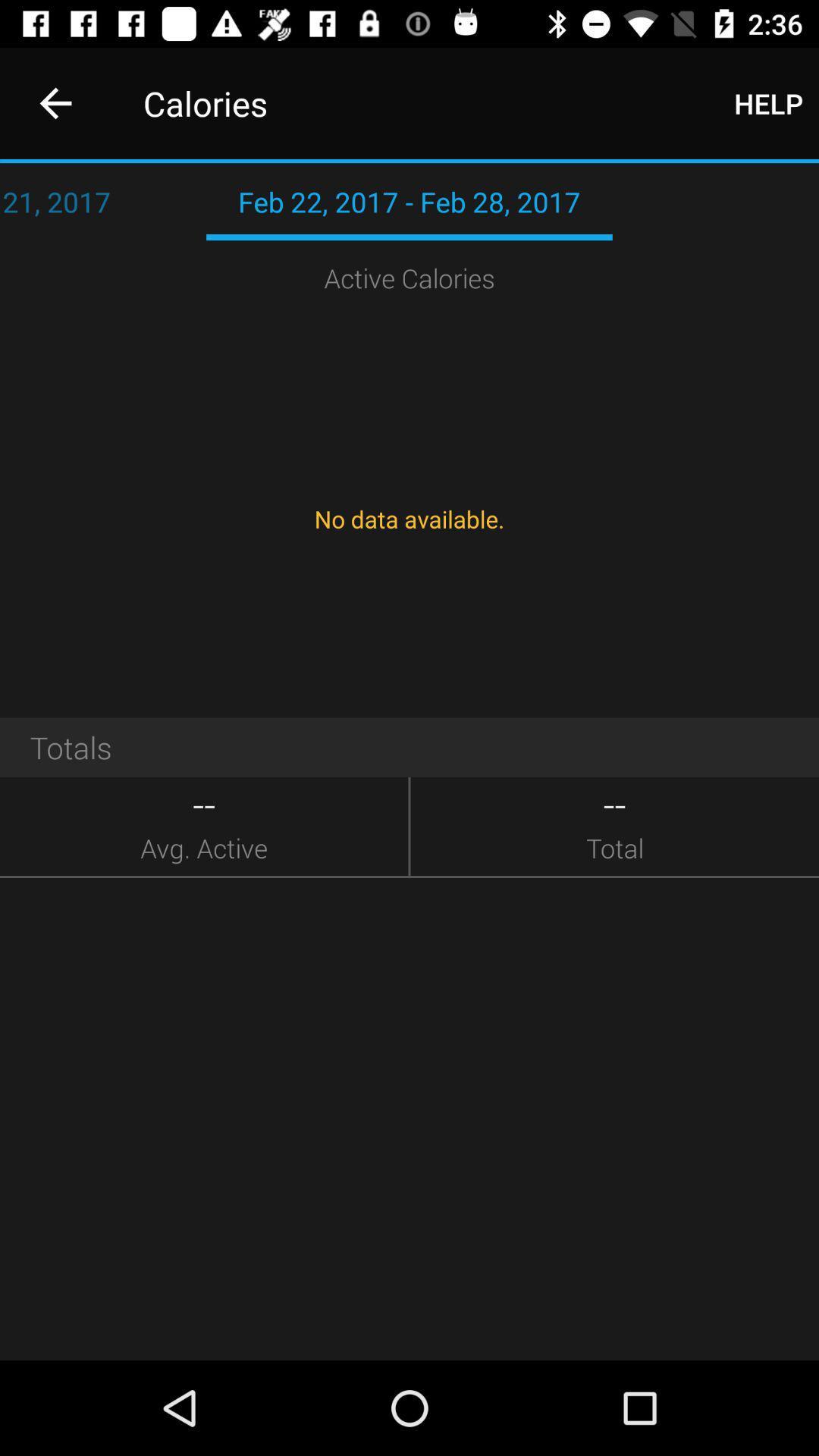  What do you see at coordinates (768, 103) in the screenshot?
I see `the button on the top right corner of the web page` at bounding box center [768, 103].